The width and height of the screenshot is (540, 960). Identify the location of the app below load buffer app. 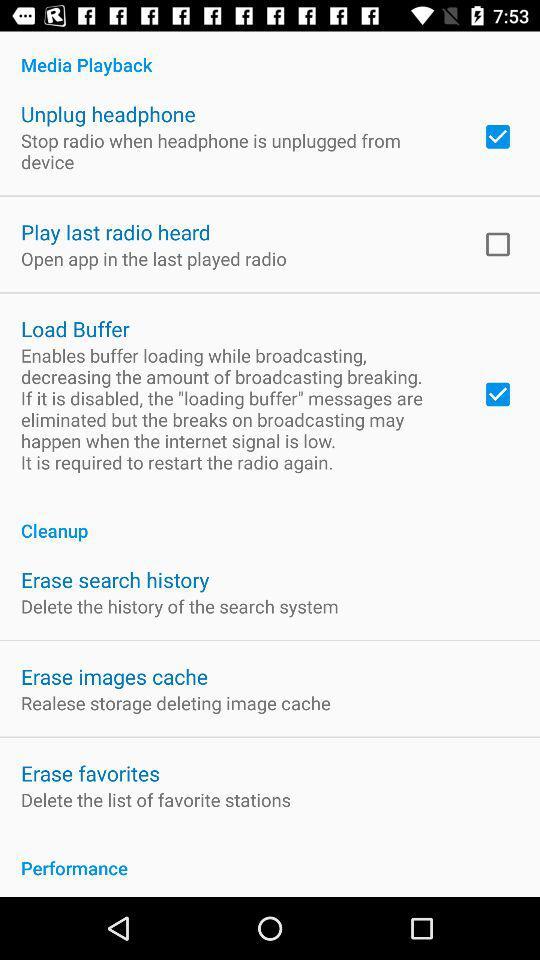
(238, 407).